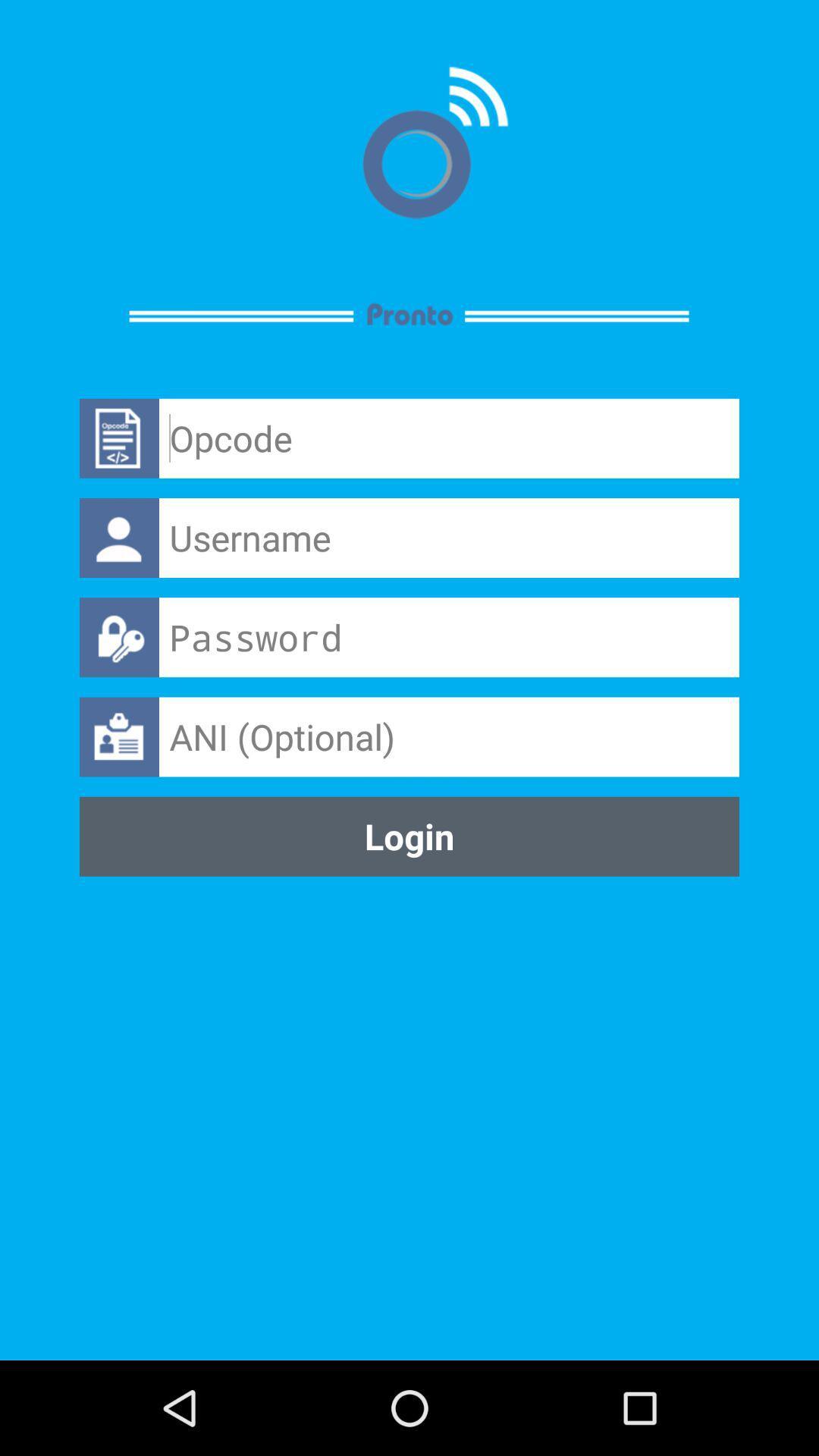 This screenshot has width=819, height=1456. I want to click on the avatar icon, so click(118, 575).